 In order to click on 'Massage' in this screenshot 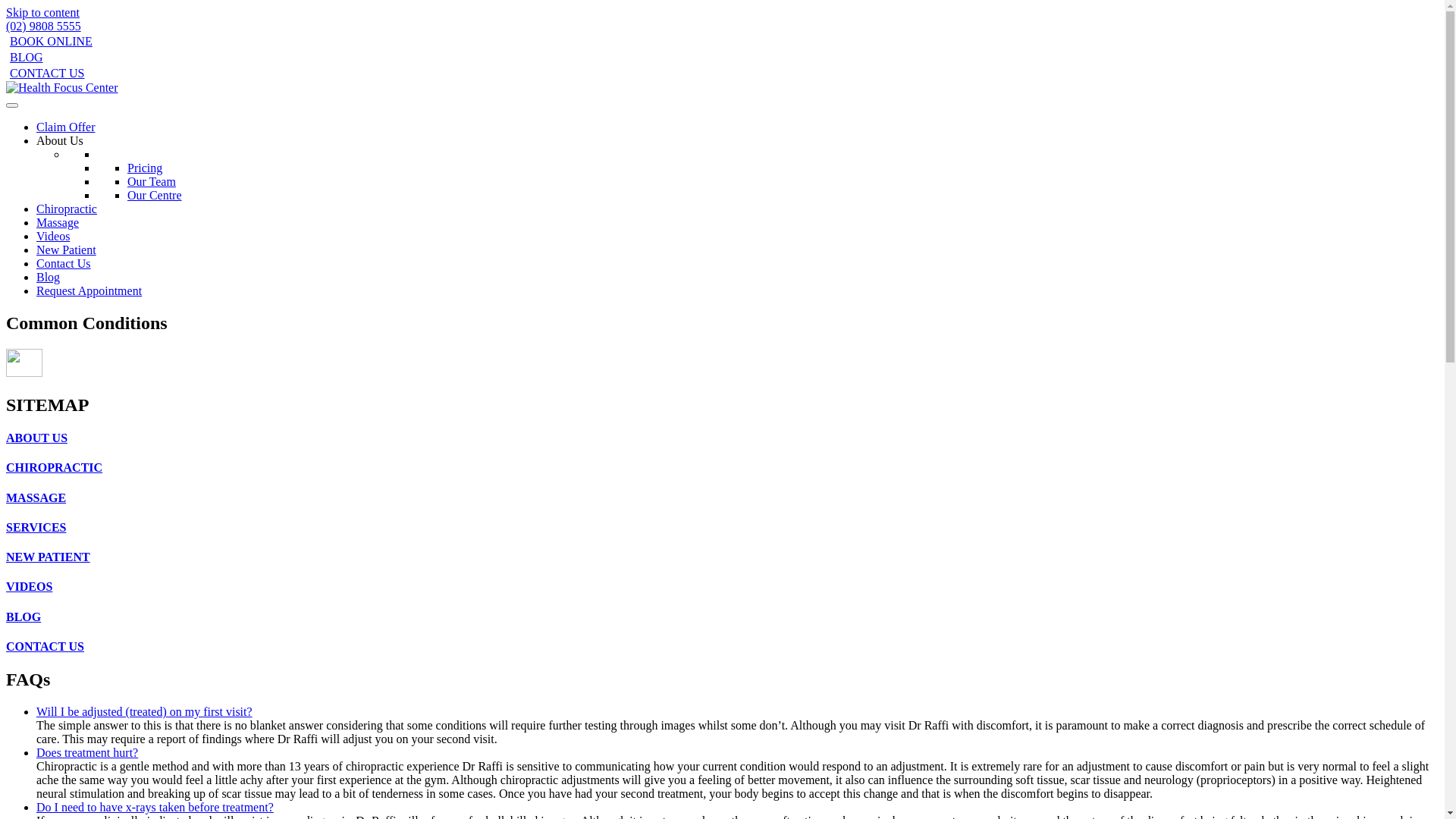, I will do `click(58, 222)`.